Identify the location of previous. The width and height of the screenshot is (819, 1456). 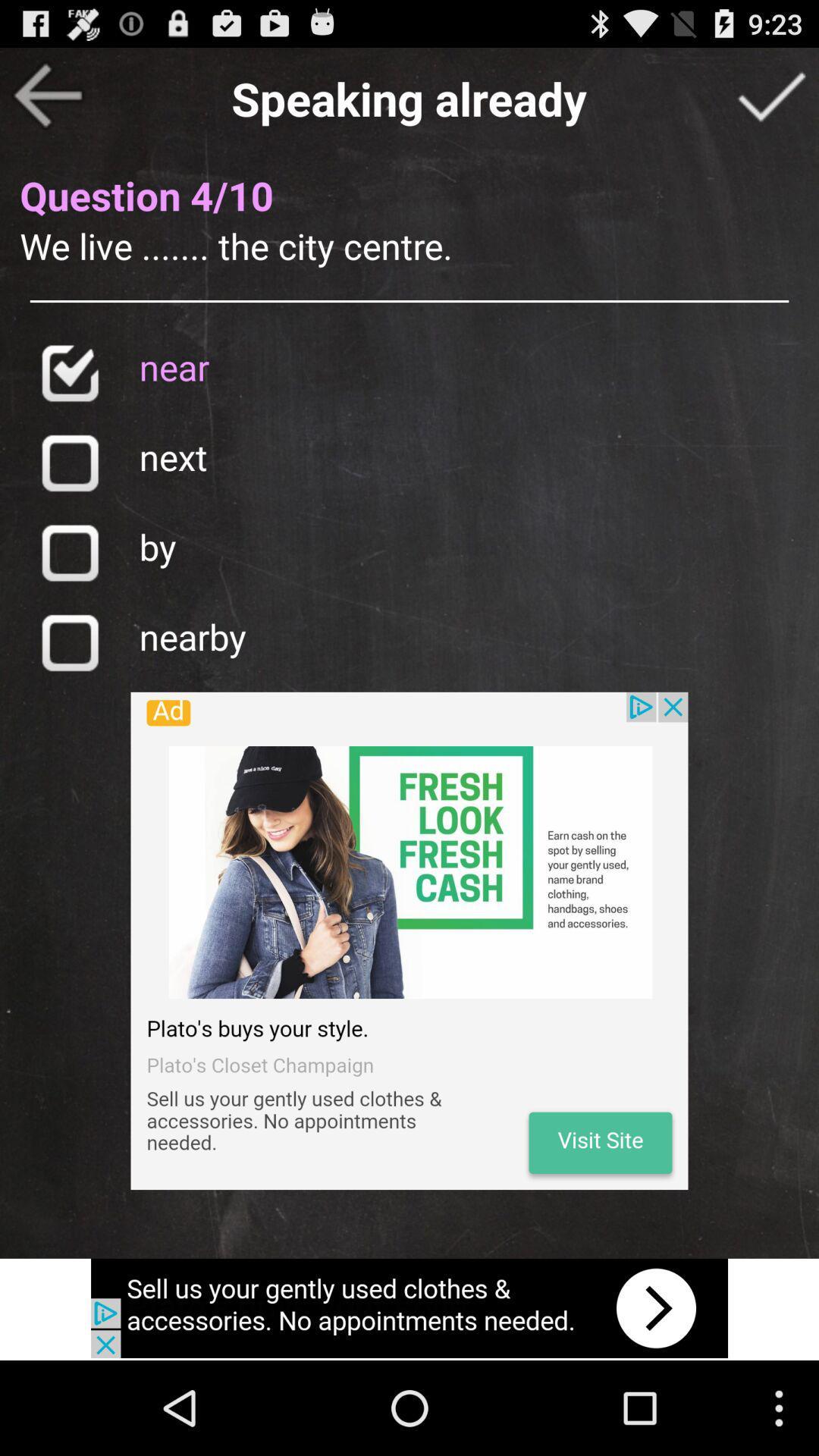
(46, 94).